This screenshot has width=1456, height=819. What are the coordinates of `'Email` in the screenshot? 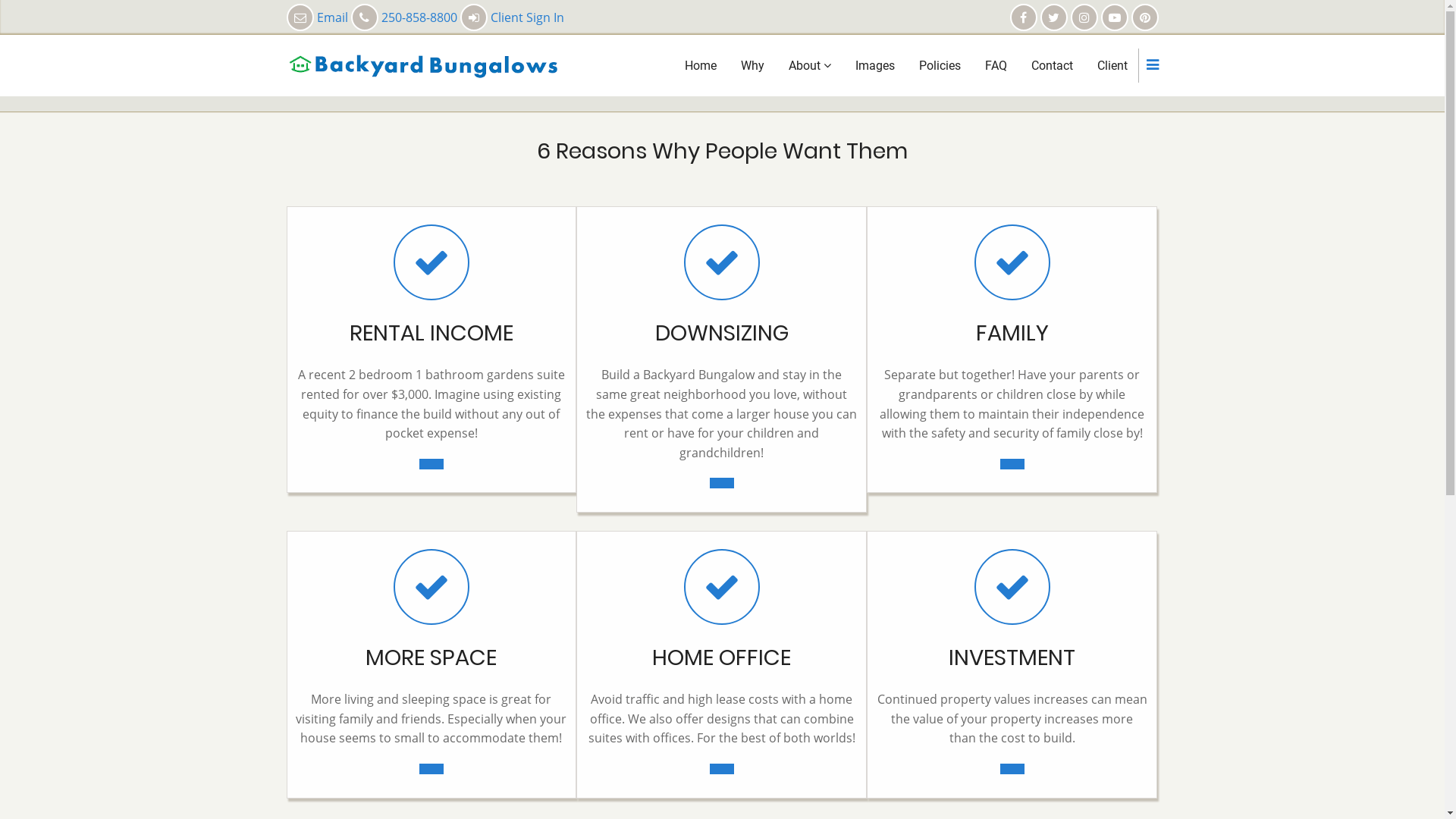 It's located at (373, 17).